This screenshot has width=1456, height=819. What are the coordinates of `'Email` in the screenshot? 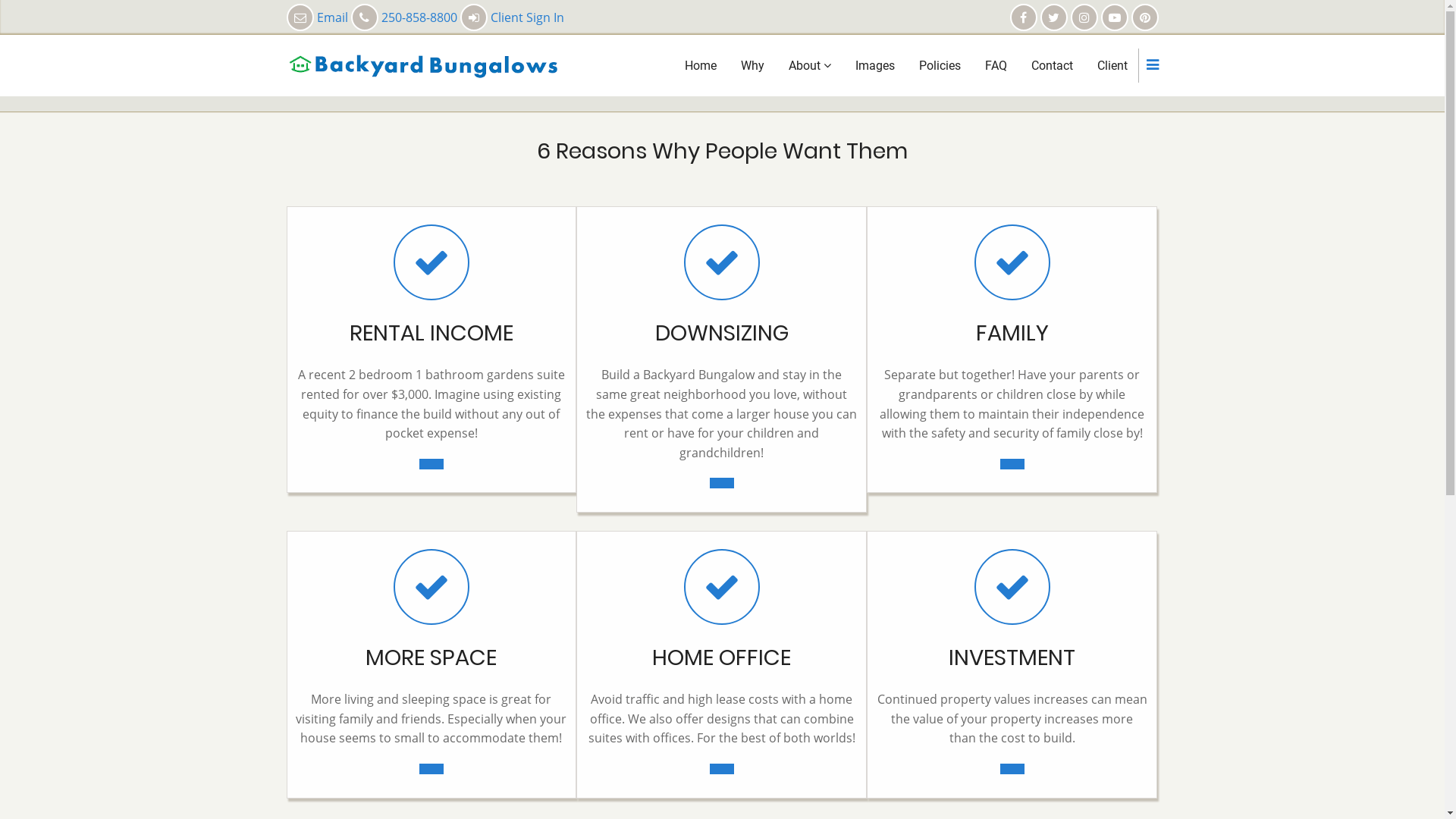 It's located at (373, 17).